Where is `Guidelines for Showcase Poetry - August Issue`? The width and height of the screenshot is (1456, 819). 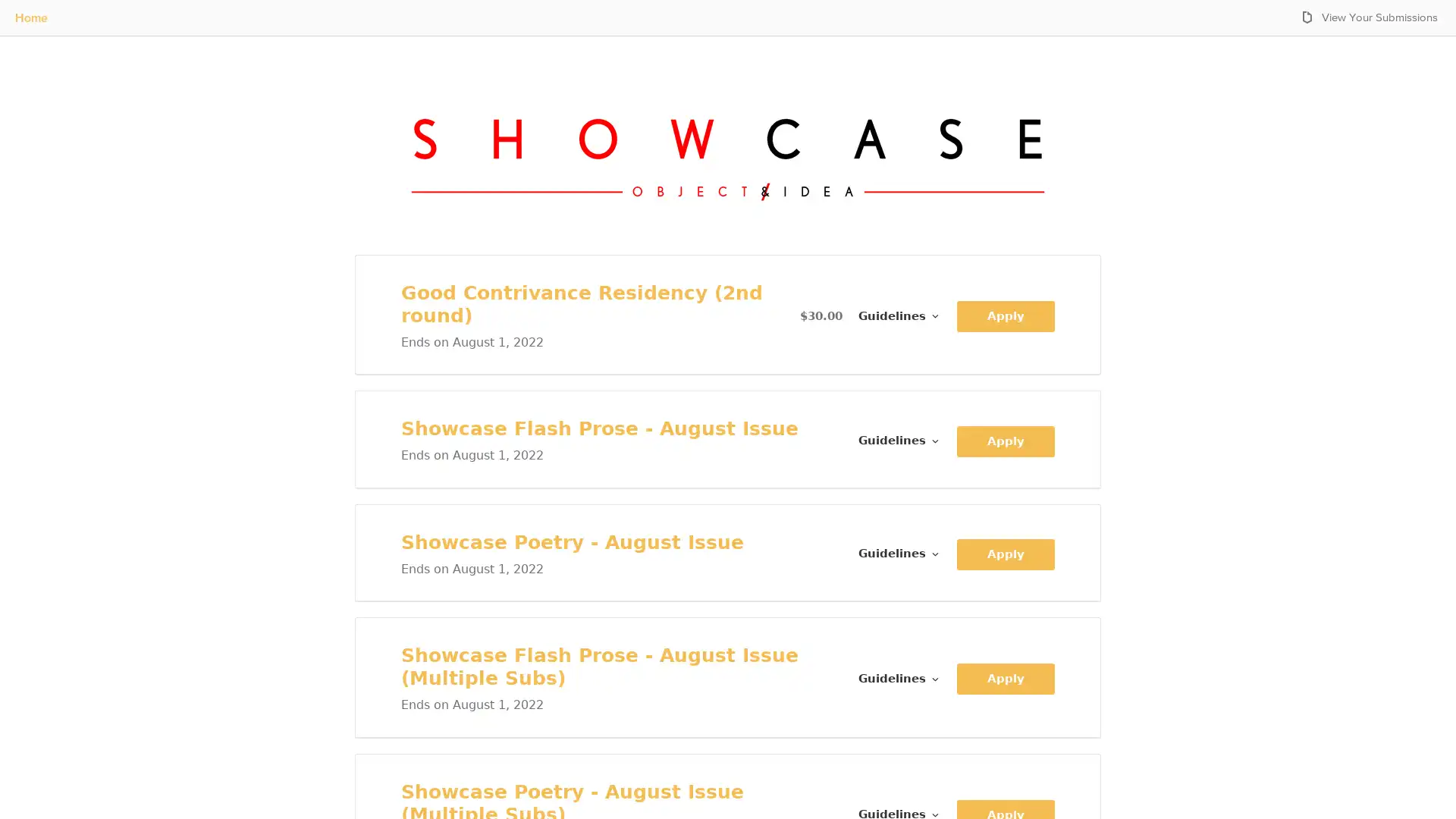
Guidelines for Showcase Poetry - August Issue is located at coordinates (899, 553).